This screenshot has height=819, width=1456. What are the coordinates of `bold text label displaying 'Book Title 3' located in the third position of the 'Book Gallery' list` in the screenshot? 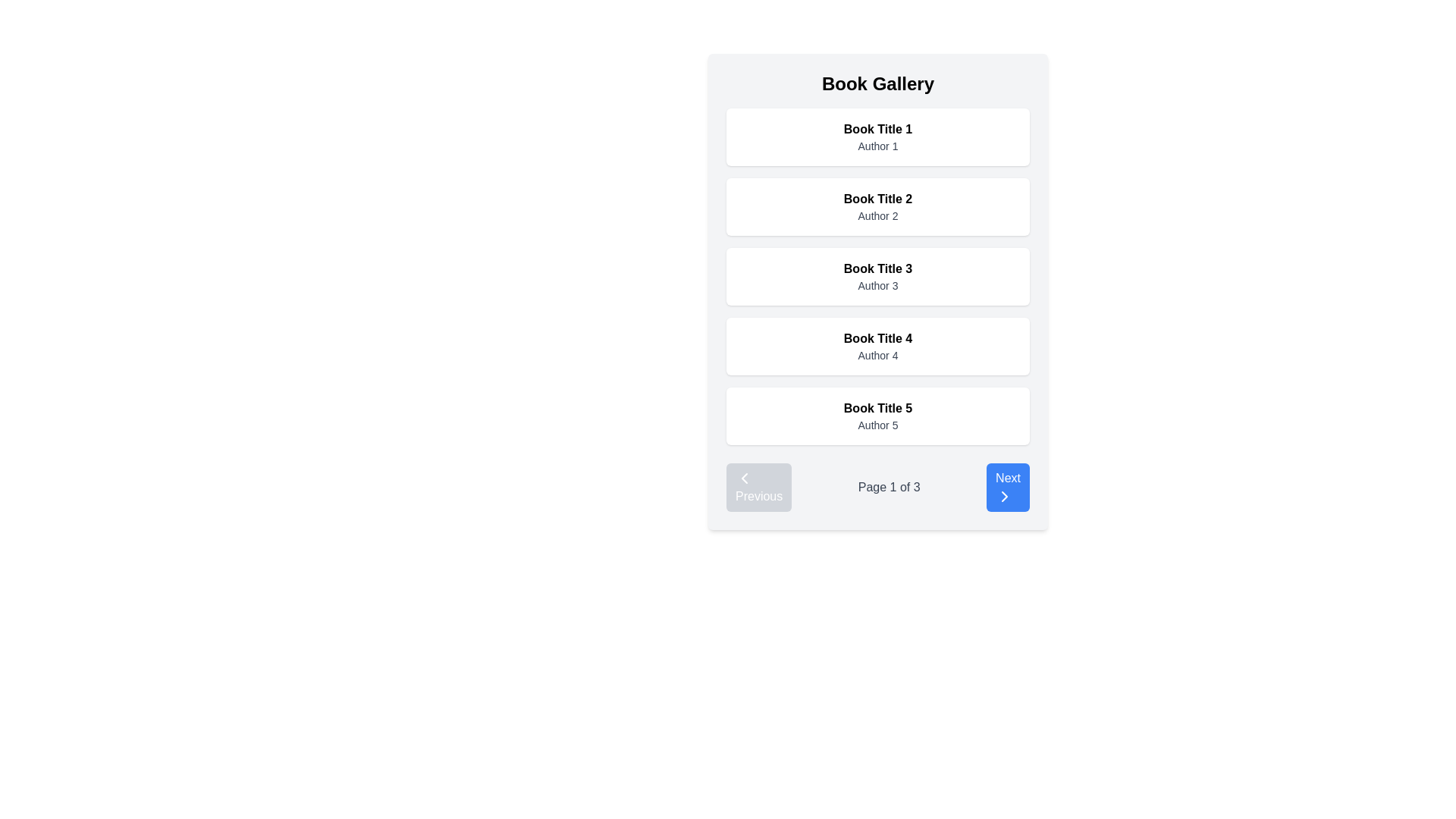 It's located at (877, 268).